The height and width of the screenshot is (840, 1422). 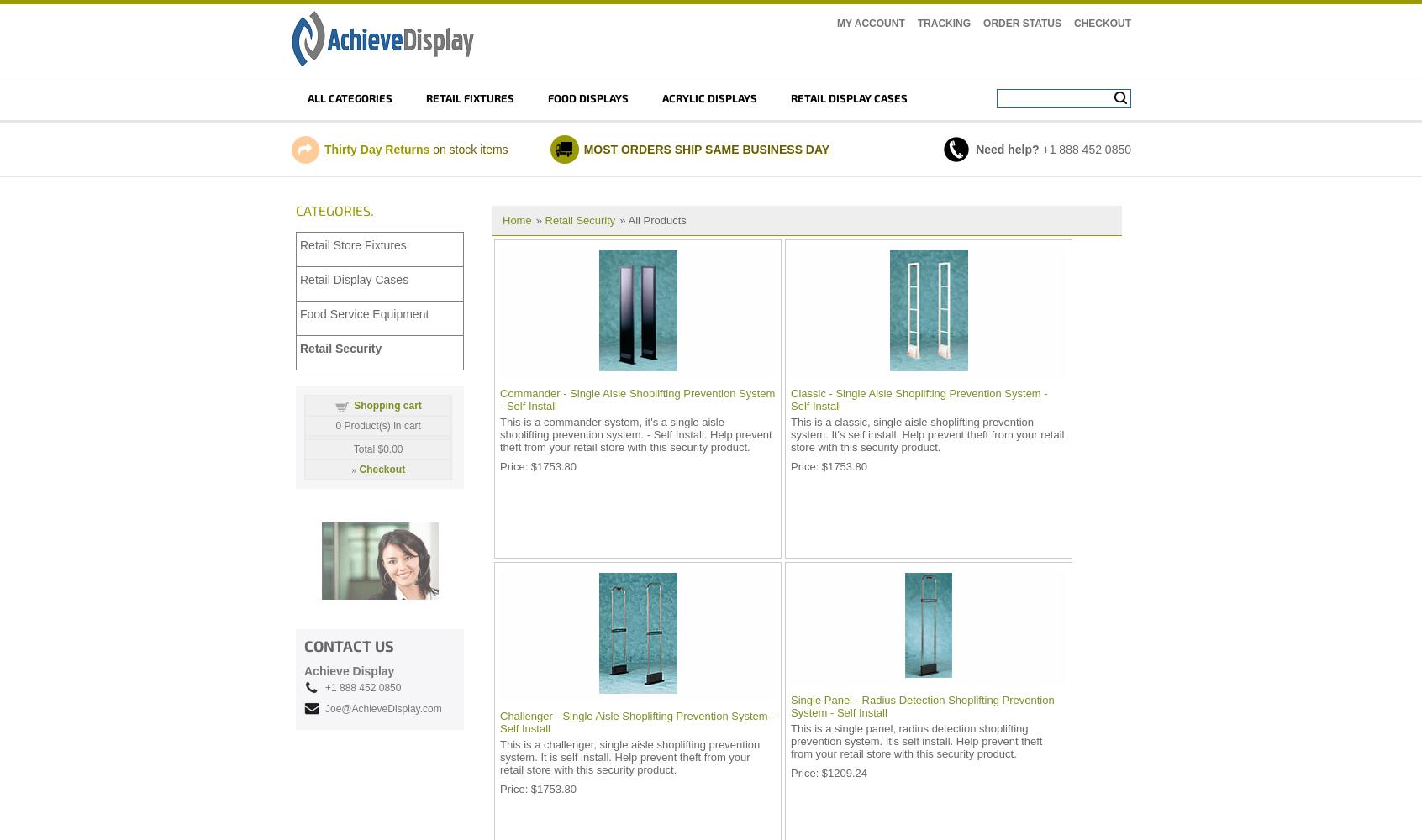 What do you see at coordinates (361, 687) in the screenshot?
I see `'+1 888 452 0850'` at bounding box center [361, 687].